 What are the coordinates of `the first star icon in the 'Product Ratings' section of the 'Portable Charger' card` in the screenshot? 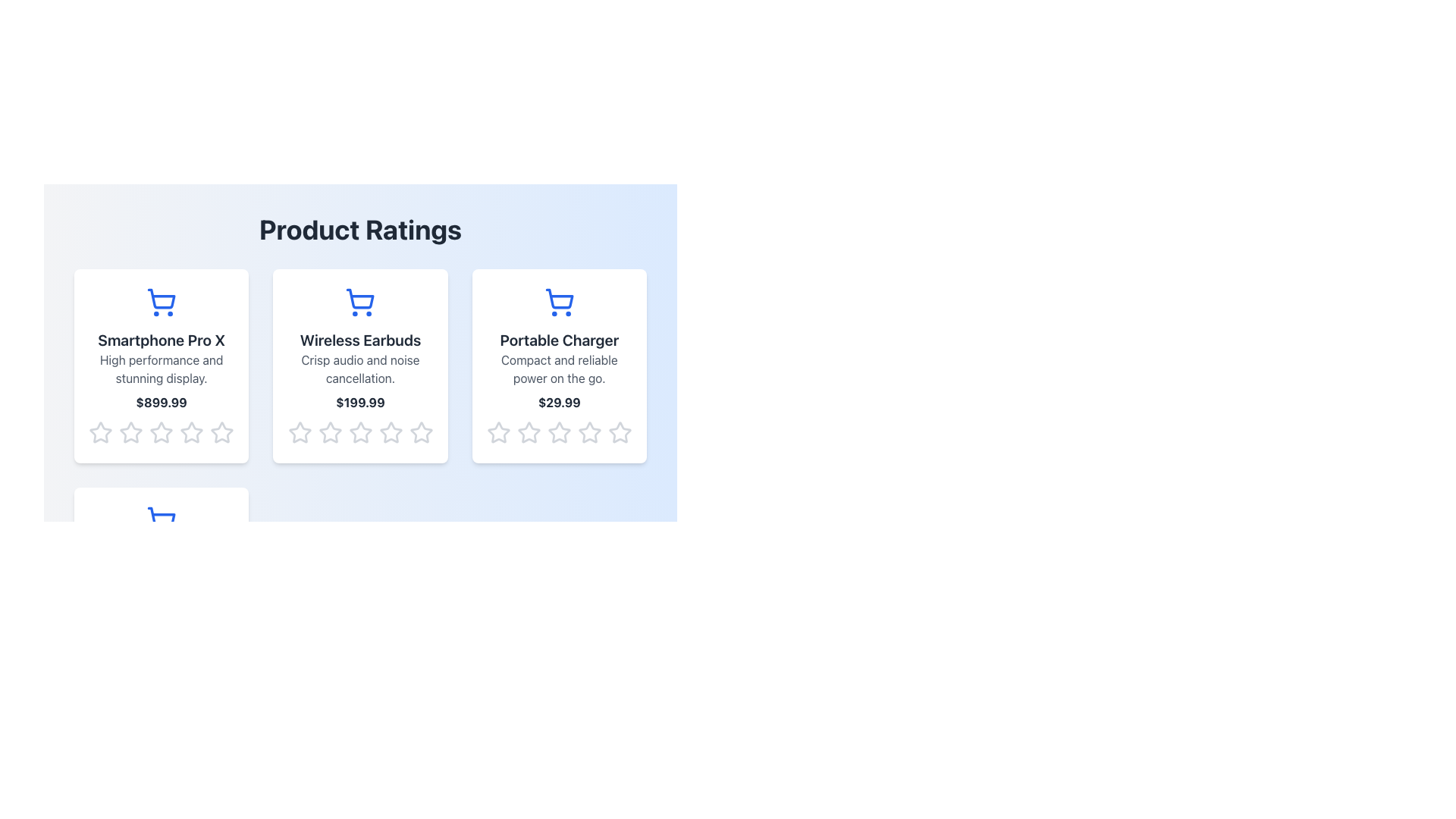 It's located at (498, 432).